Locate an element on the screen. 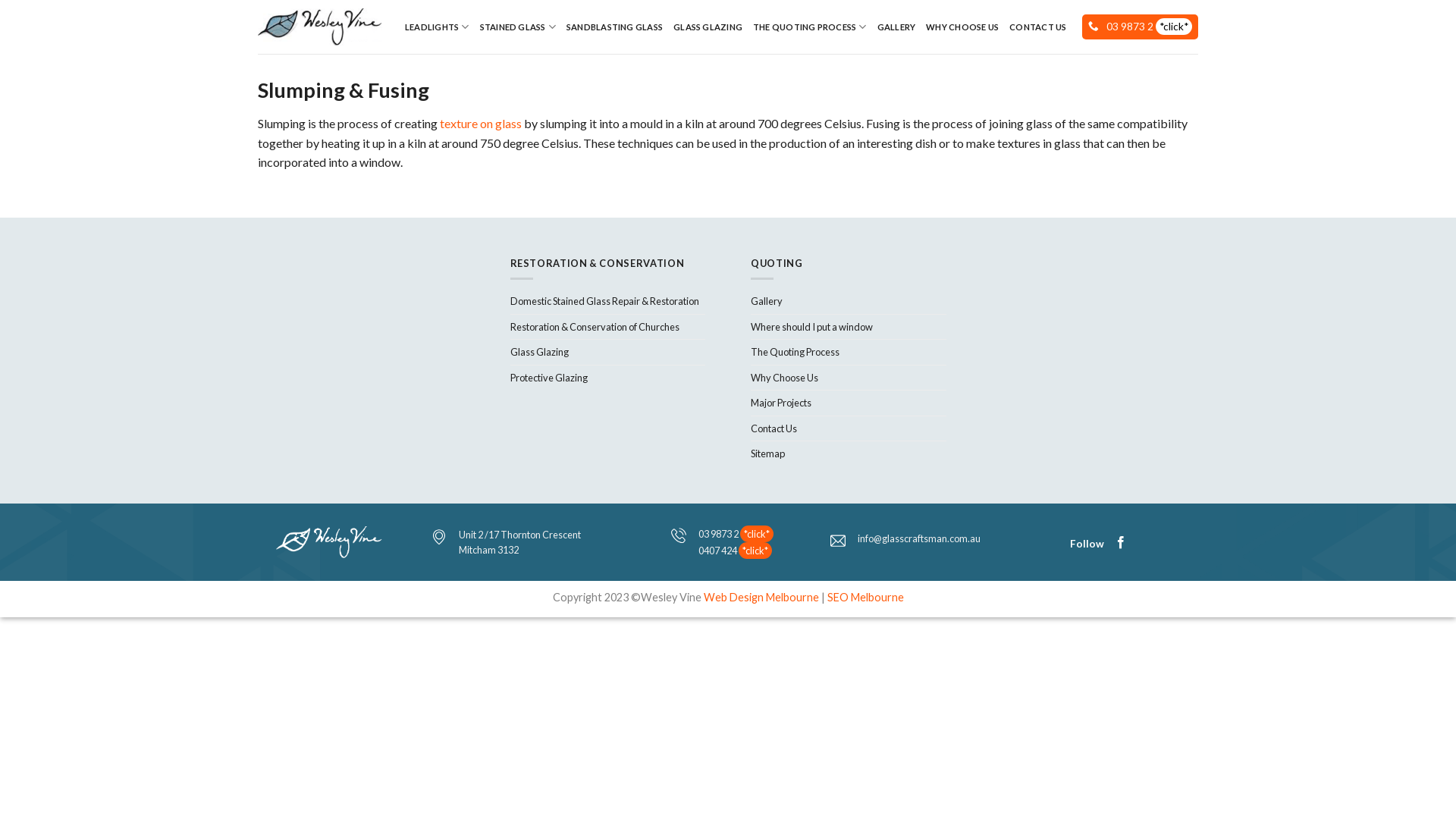 The image size is (1456, 819). '03 9873 2 *click*' is located at coordinates (1149, 26).